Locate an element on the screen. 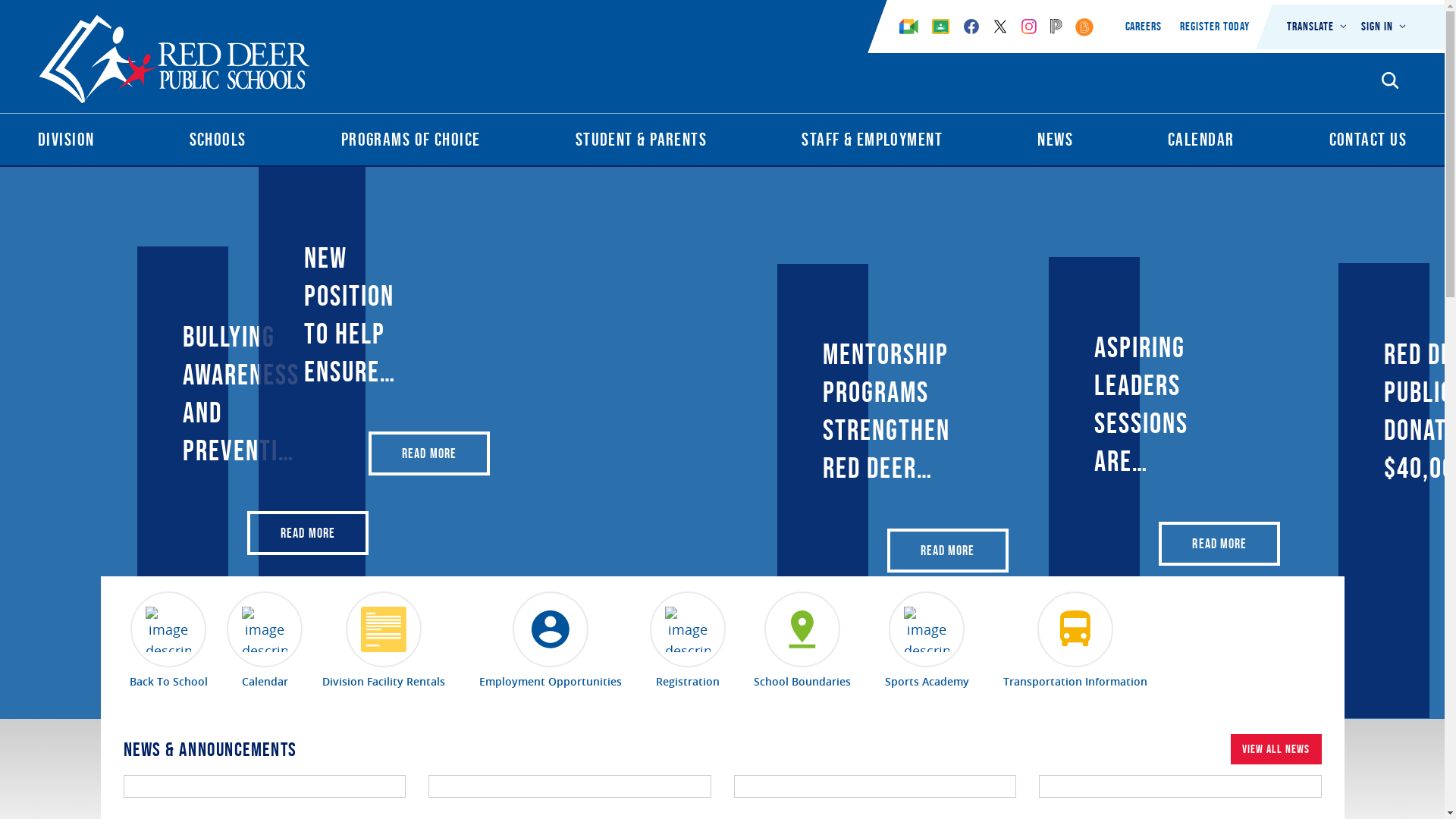  'Calendar' is located at coordinates (264, 640).